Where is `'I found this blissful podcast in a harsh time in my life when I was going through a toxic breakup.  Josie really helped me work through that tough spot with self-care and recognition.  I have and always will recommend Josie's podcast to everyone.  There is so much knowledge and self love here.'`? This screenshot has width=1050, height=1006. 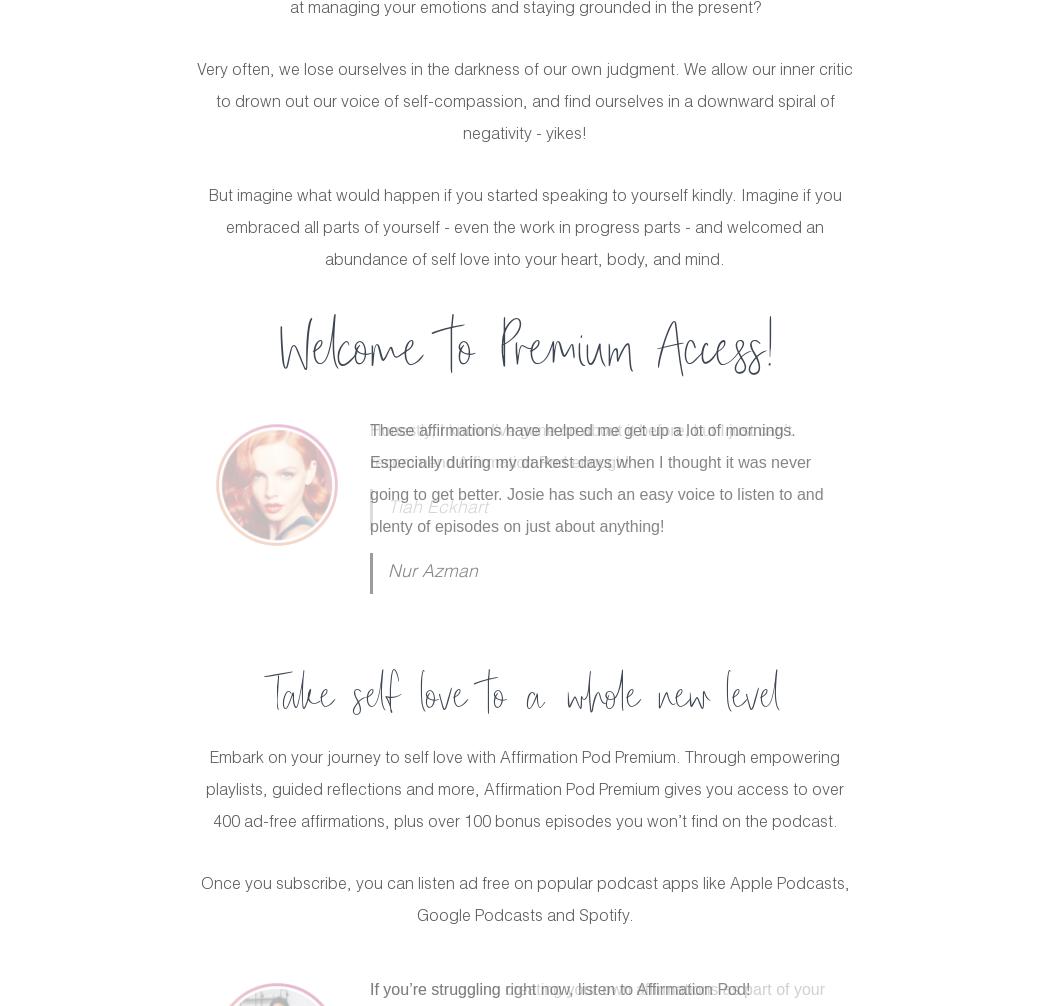
'I found this blissful podcast in a harsh time in my life when I was going through a toxic breakup.  Josie really helped me work through that tough spot with self-care and recognition.  I have and always will recommend Josie's podcast to everyone.  There is so much knowledge and self love here.' is located at coordinates (595, 493).